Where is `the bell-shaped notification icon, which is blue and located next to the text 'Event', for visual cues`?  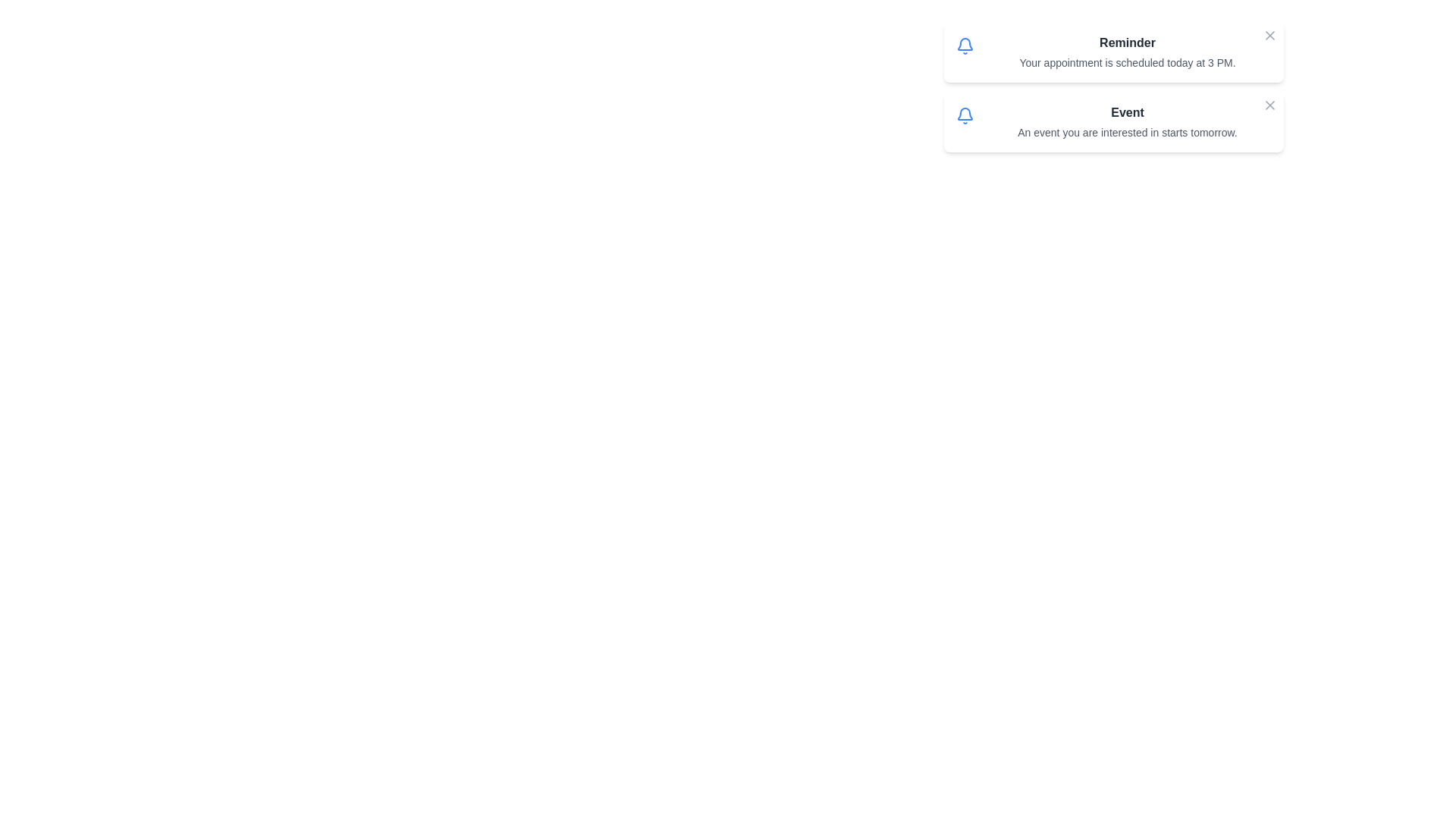 the bell-shaped notification icon, which is blue and located next to the text 'Event', for visual cues is located at coordinates (964, 115).